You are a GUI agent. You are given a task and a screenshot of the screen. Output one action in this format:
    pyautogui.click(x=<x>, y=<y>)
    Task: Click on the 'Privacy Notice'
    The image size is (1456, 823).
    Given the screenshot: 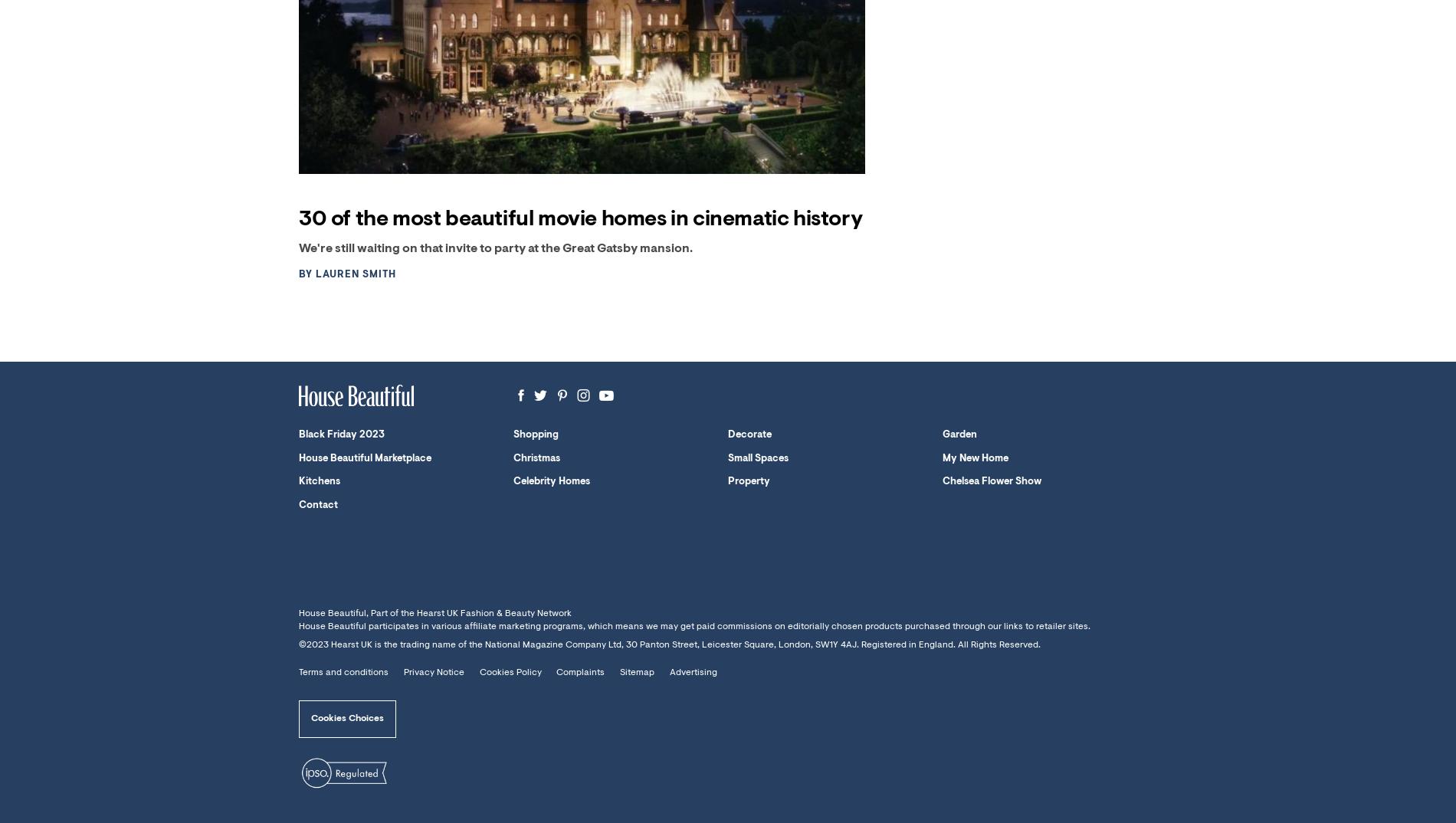 What is the action you would take?
    pyautogui.click(x=402, y=671)
    